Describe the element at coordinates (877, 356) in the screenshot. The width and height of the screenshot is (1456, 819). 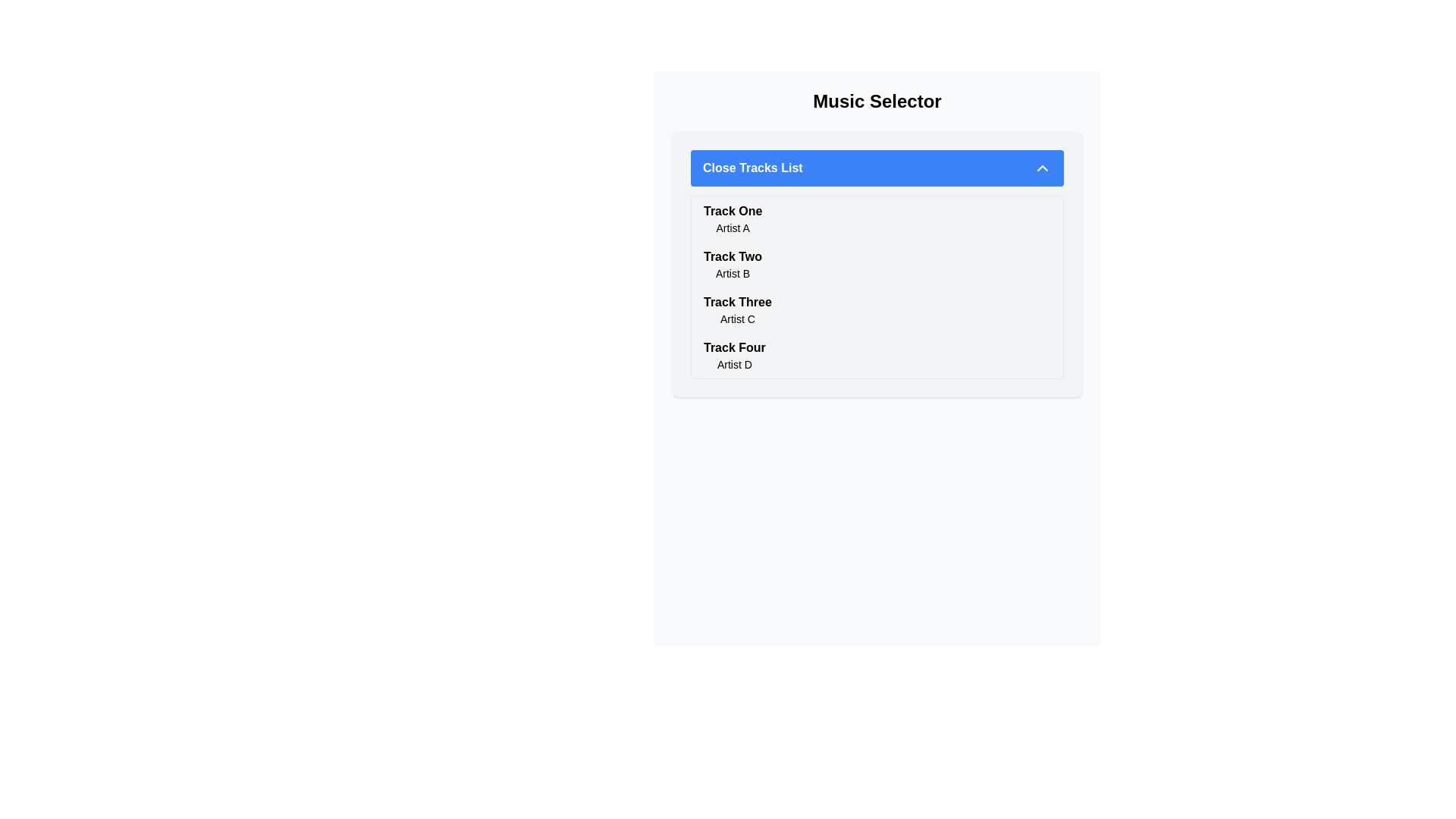
I see `the List item displaying 'Track Four' by 'Artist D'` at that location.